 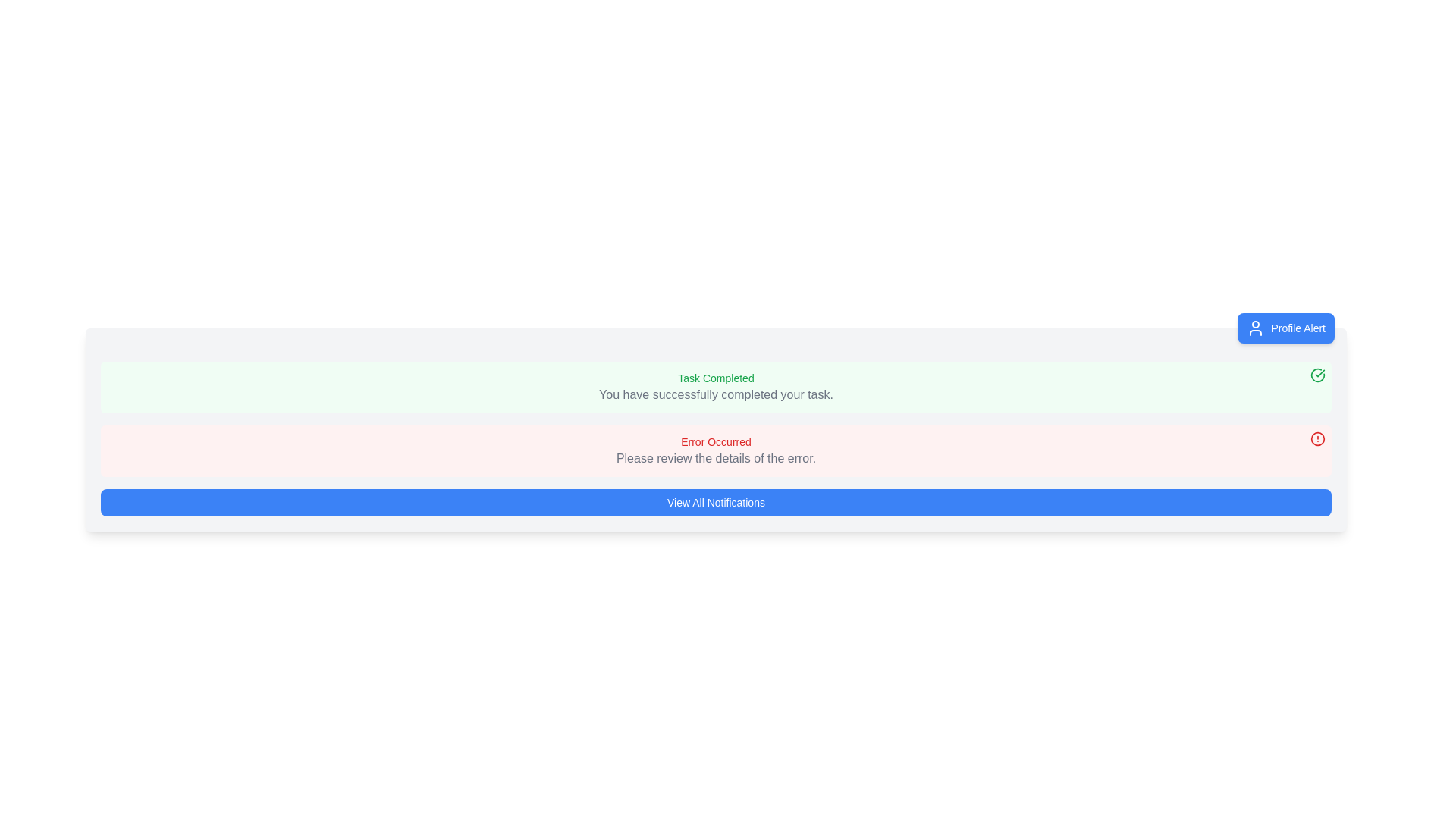 I want to click on the static text element that reads 'Task Completed', which is styled in green and located within a green highlighted box, so click(x=715, y=377).